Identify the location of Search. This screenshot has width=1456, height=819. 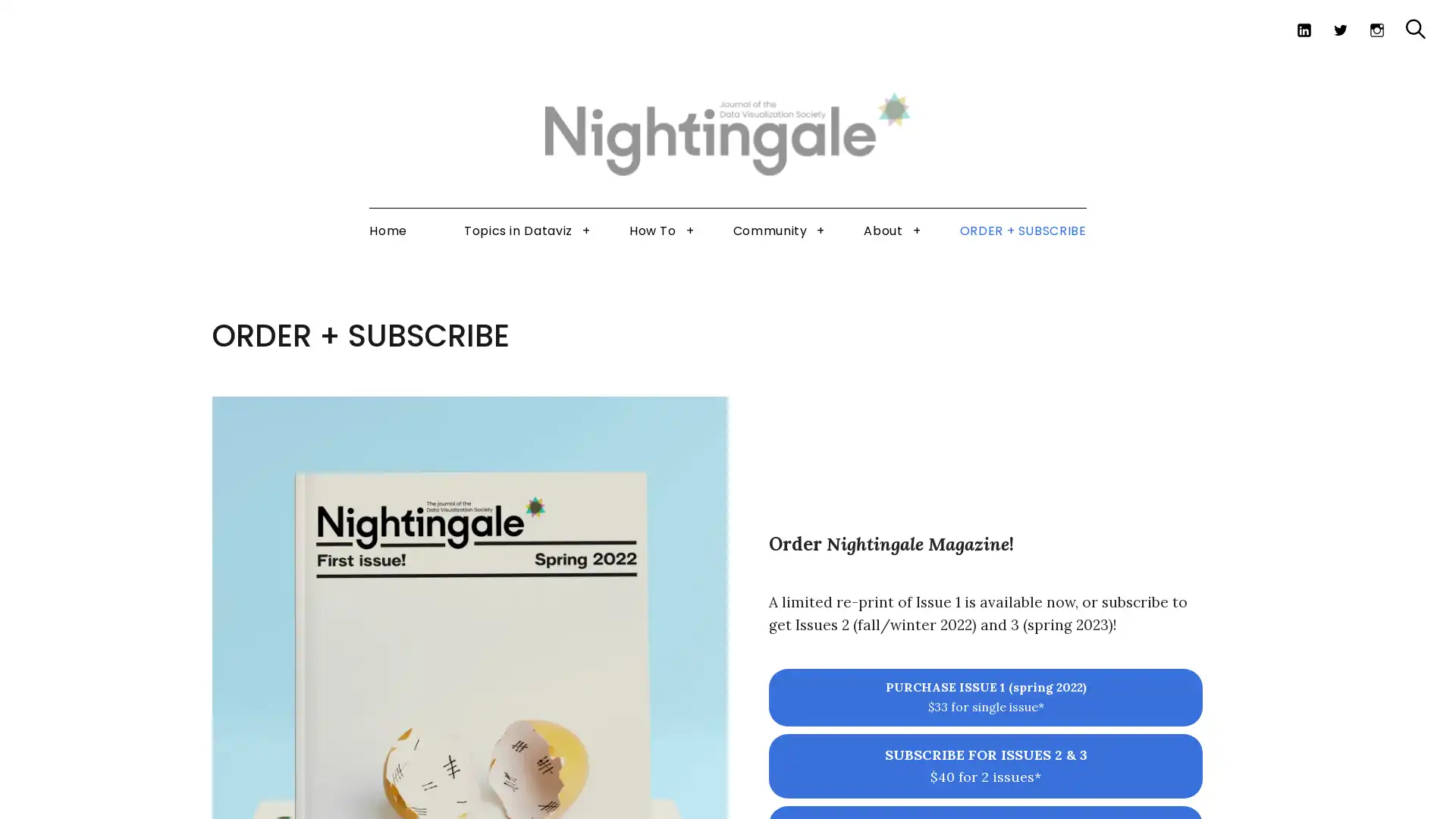
(1383, 22).